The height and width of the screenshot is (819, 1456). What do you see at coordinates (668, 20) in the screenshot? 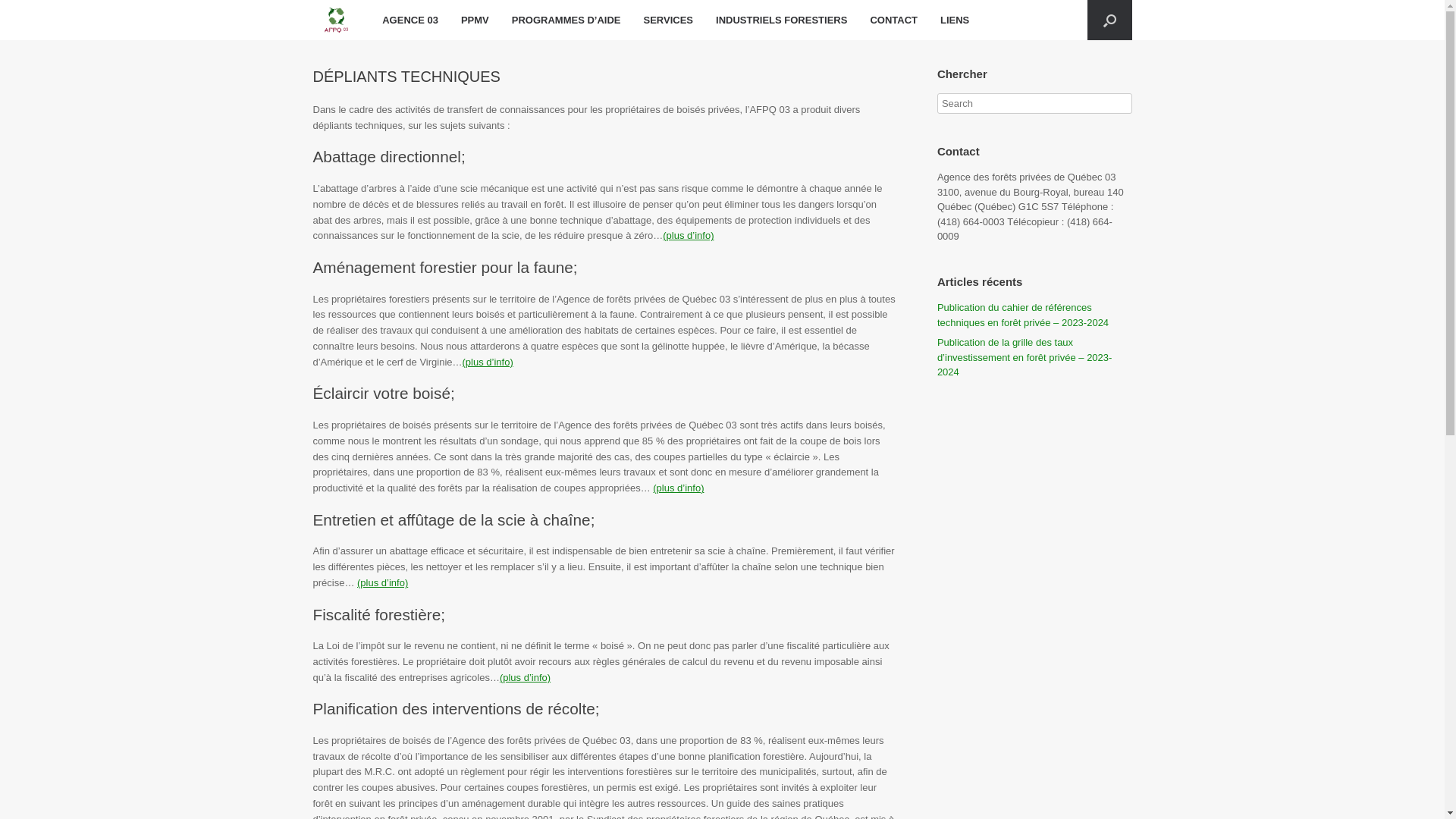
I see `'SERVICES'` at bounding box center [668, 20].